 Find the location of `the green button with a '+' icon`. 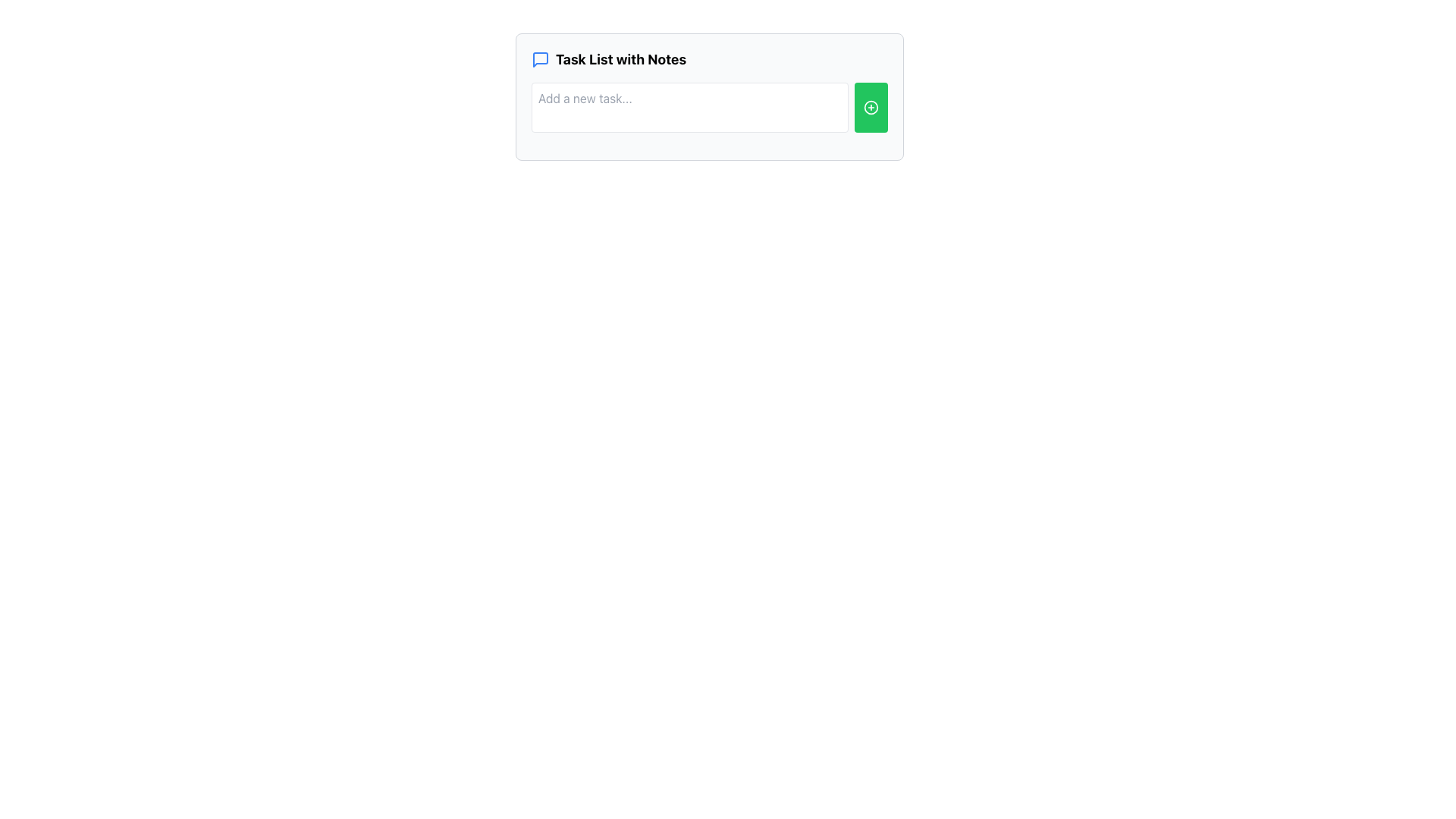

the green button with a '+' icon is located at coordinates (871, 107).